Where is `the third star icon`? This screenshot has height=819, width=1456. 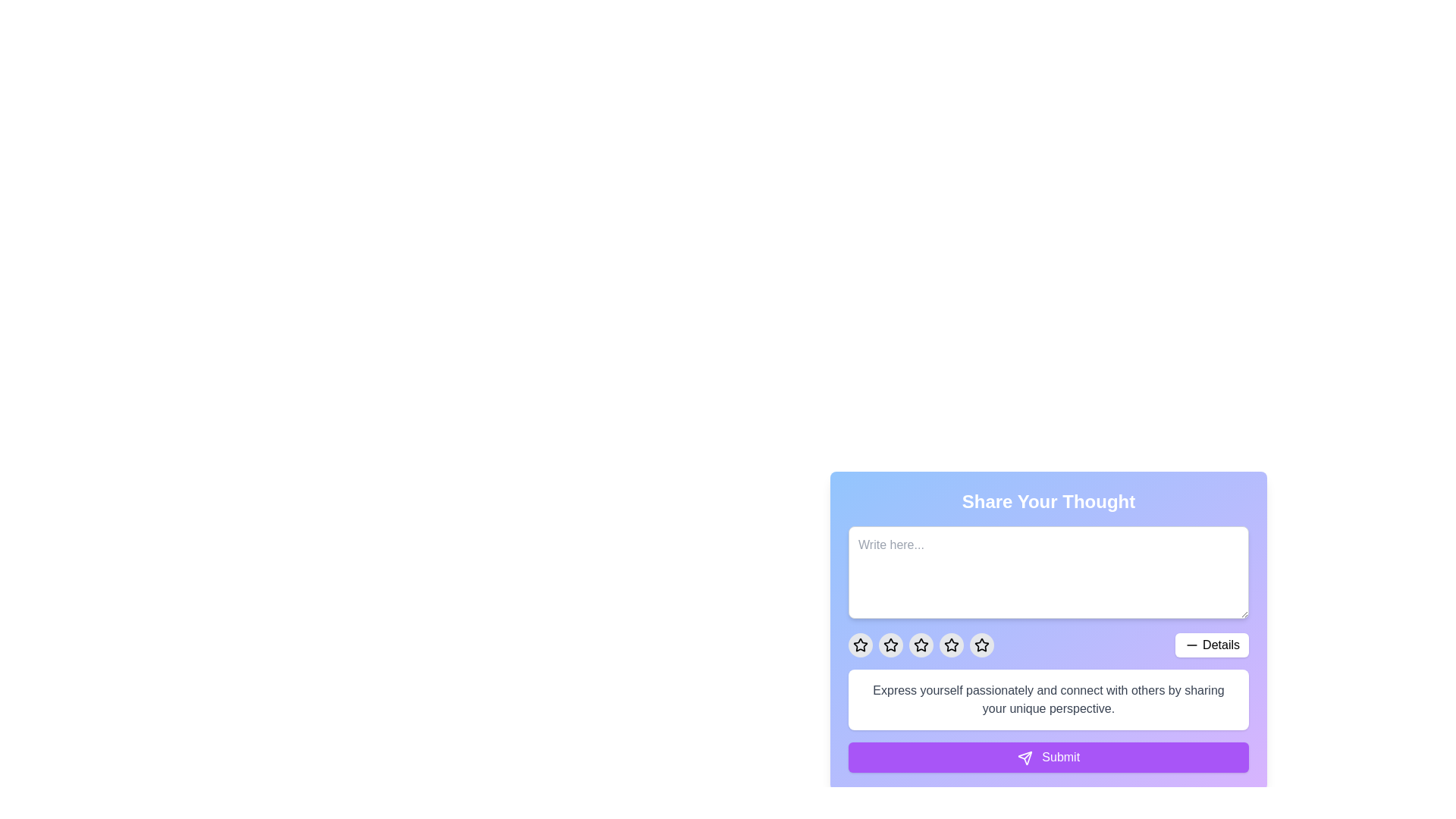
the third star icon is located at coordinates (920, 645).